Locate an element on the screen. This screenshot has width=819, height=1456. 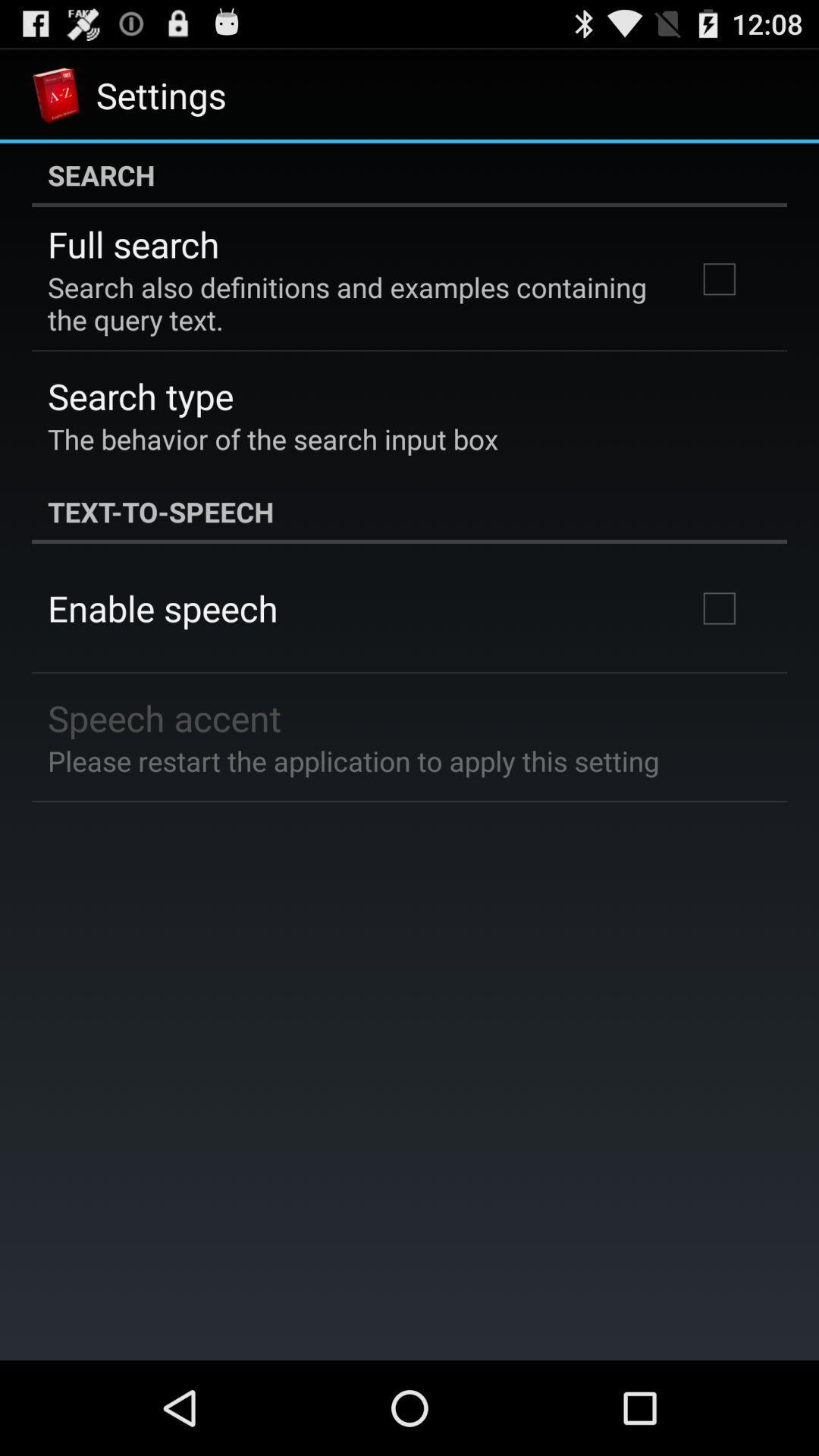
the search also definitions item is located at coordinates (351, 303).